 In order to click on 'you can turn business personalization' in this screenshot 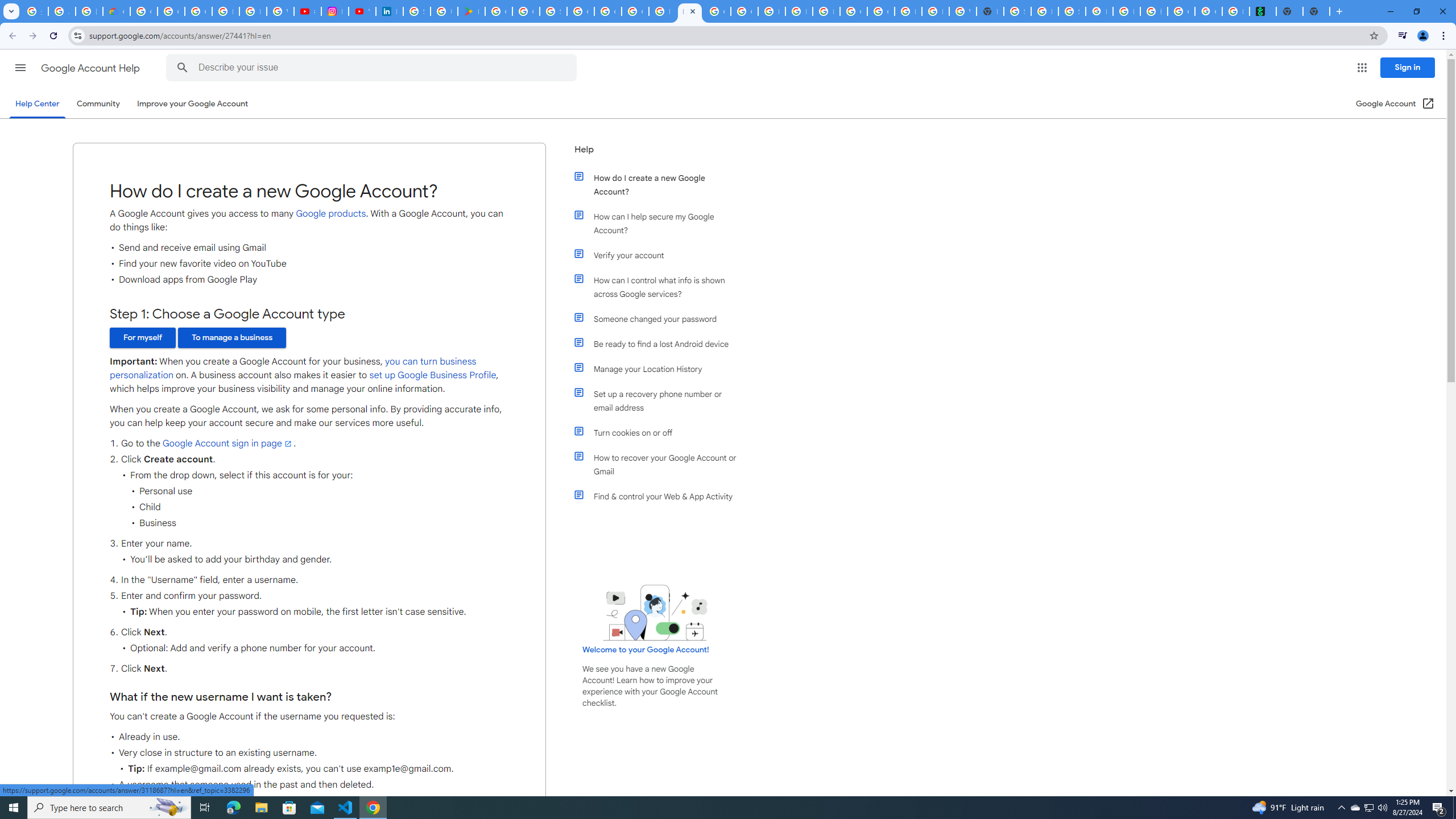, I will do `click(292, 368)`.